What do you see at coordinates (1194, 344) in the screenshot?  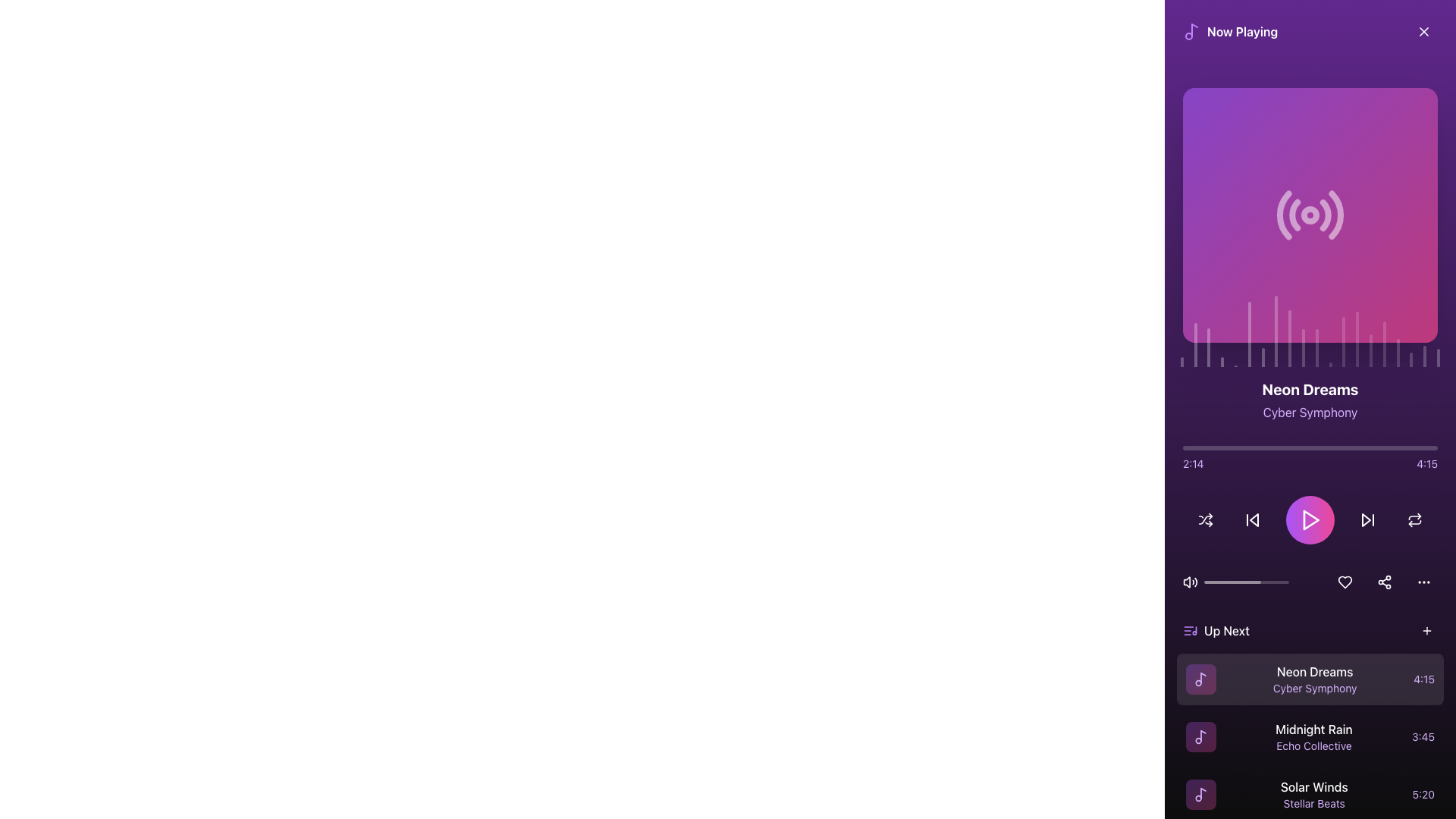 I see `the animation of the second vertical bar chart segment from the left, which represents audio level activity in the player interface` at bounding box center [1194, 344].